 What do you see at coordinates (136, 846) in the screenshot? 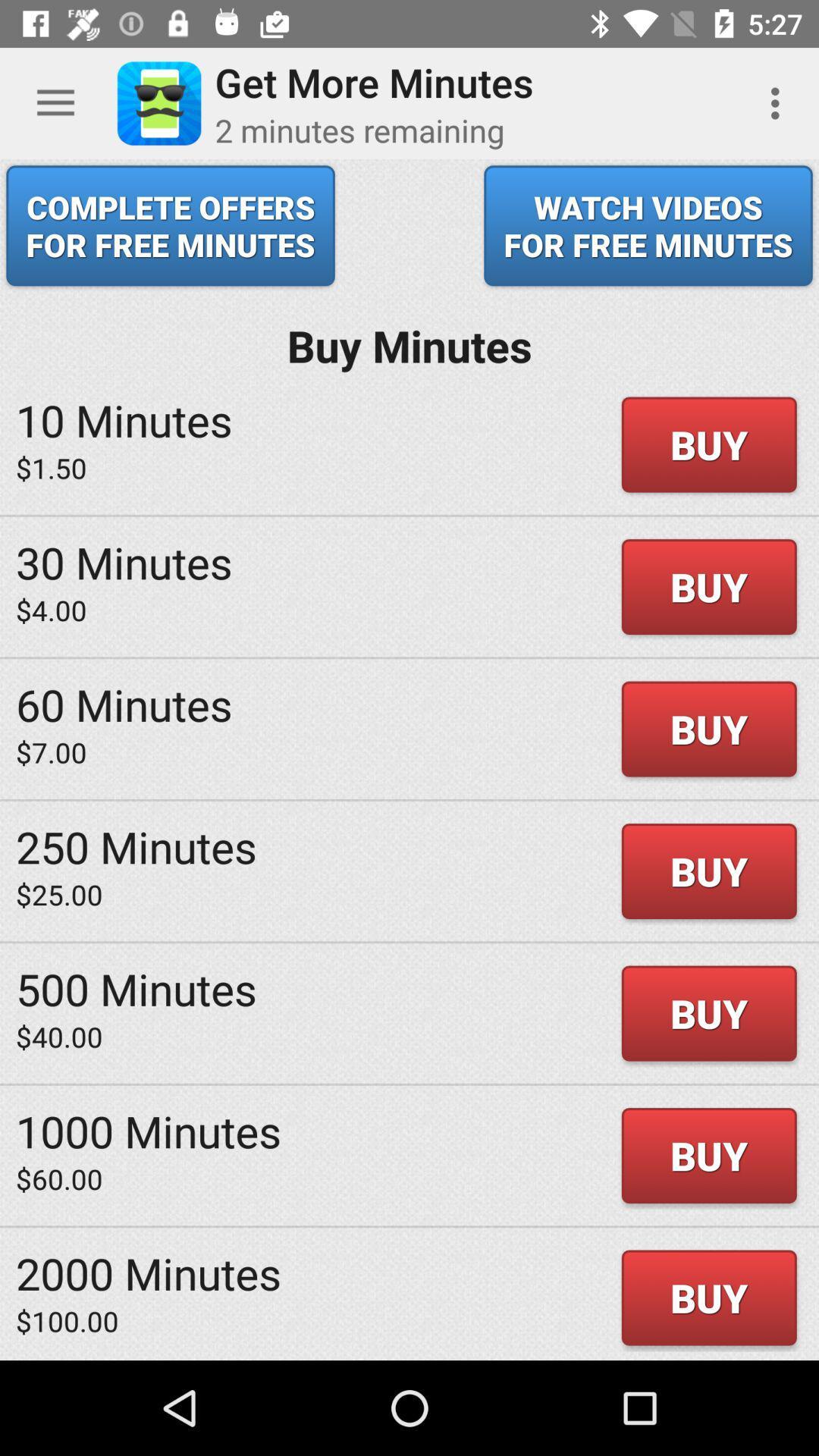
I see `the 250 minutes` at bounding box center [136, 846].